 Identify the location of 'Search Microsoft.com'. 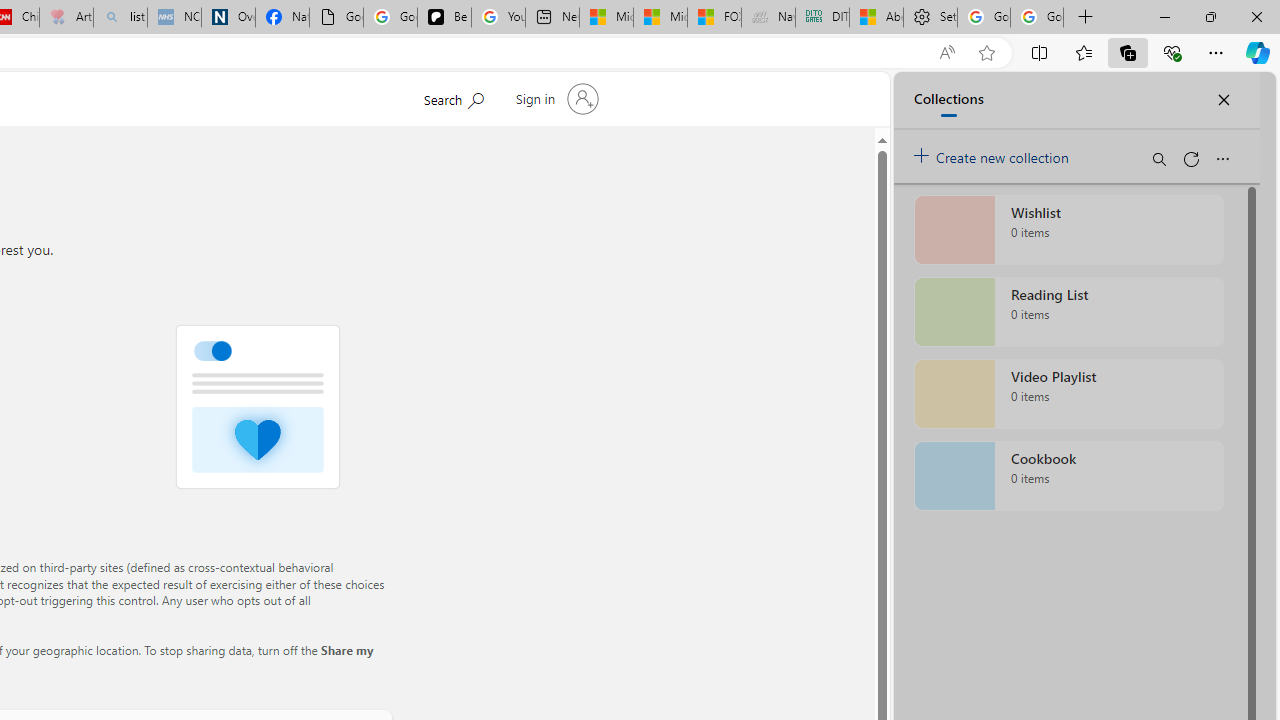
(452, 97).